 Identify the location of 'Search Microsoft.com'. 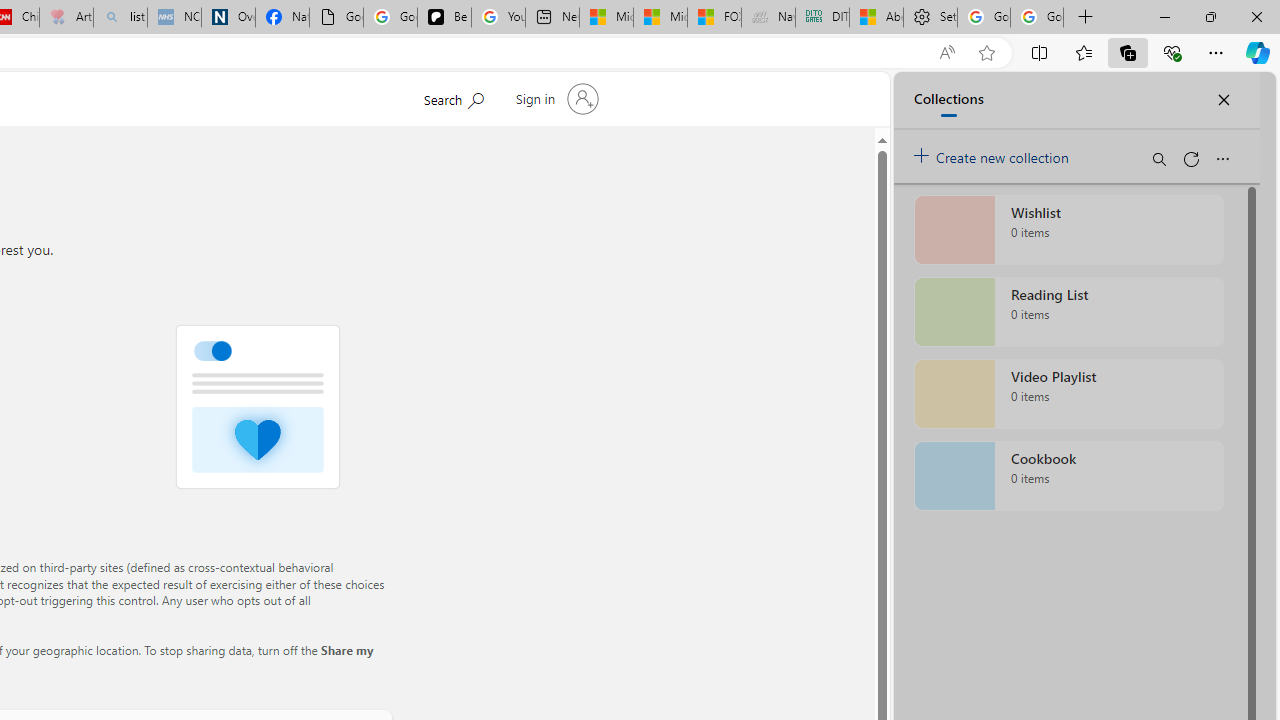
(452, 97).